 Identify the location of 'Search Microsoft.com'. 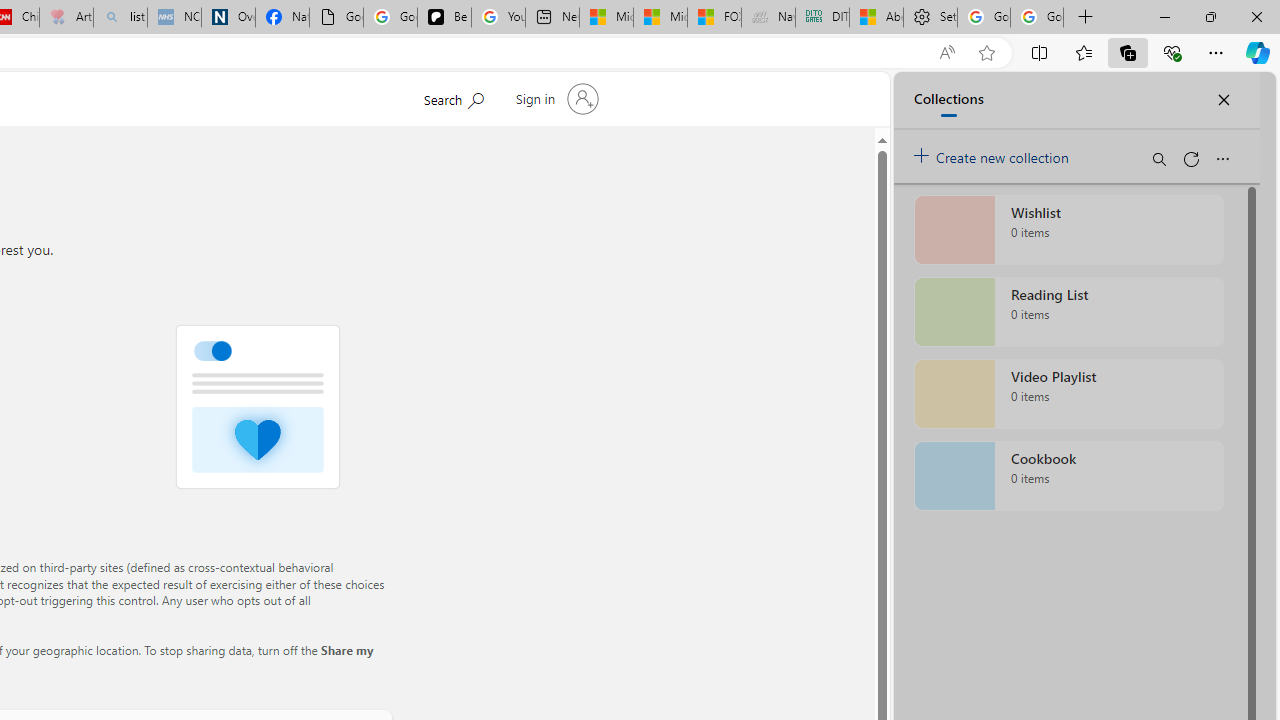
(452, 97).